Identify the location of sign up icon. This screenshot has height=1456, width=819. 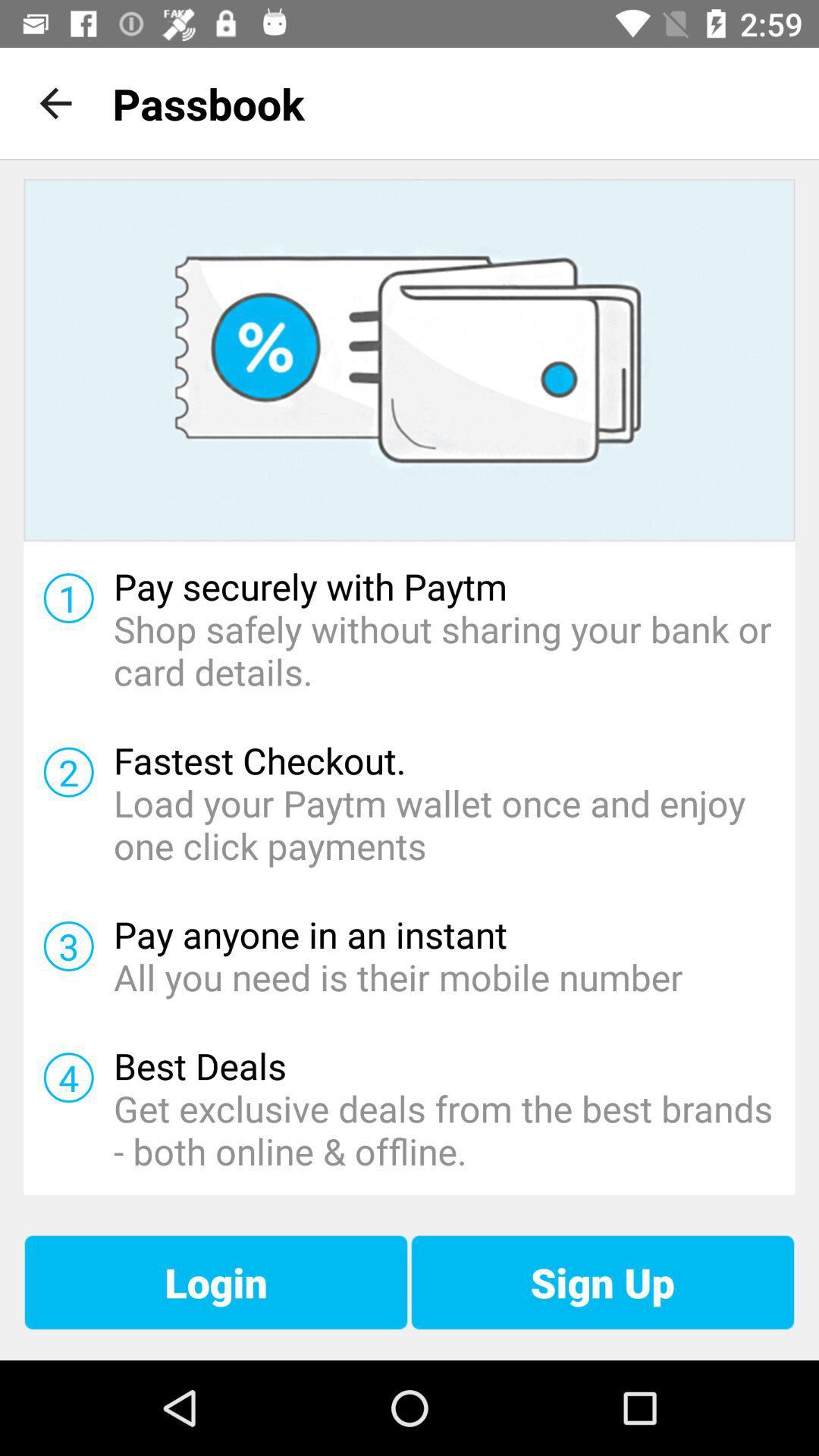
(601, 1282).